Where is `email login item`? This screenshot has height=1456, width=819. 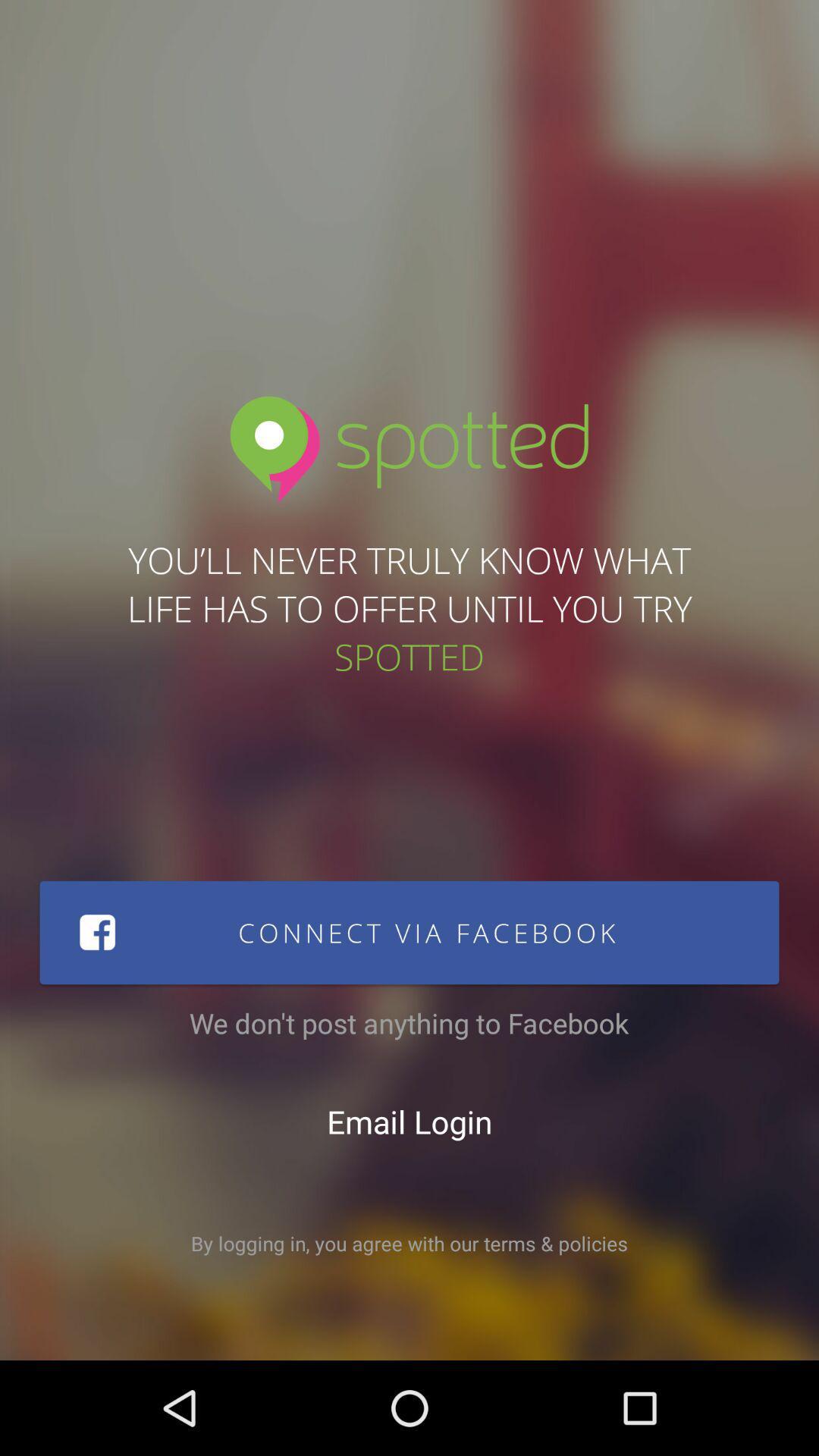 email login item is located at coordinates (409, 1121).